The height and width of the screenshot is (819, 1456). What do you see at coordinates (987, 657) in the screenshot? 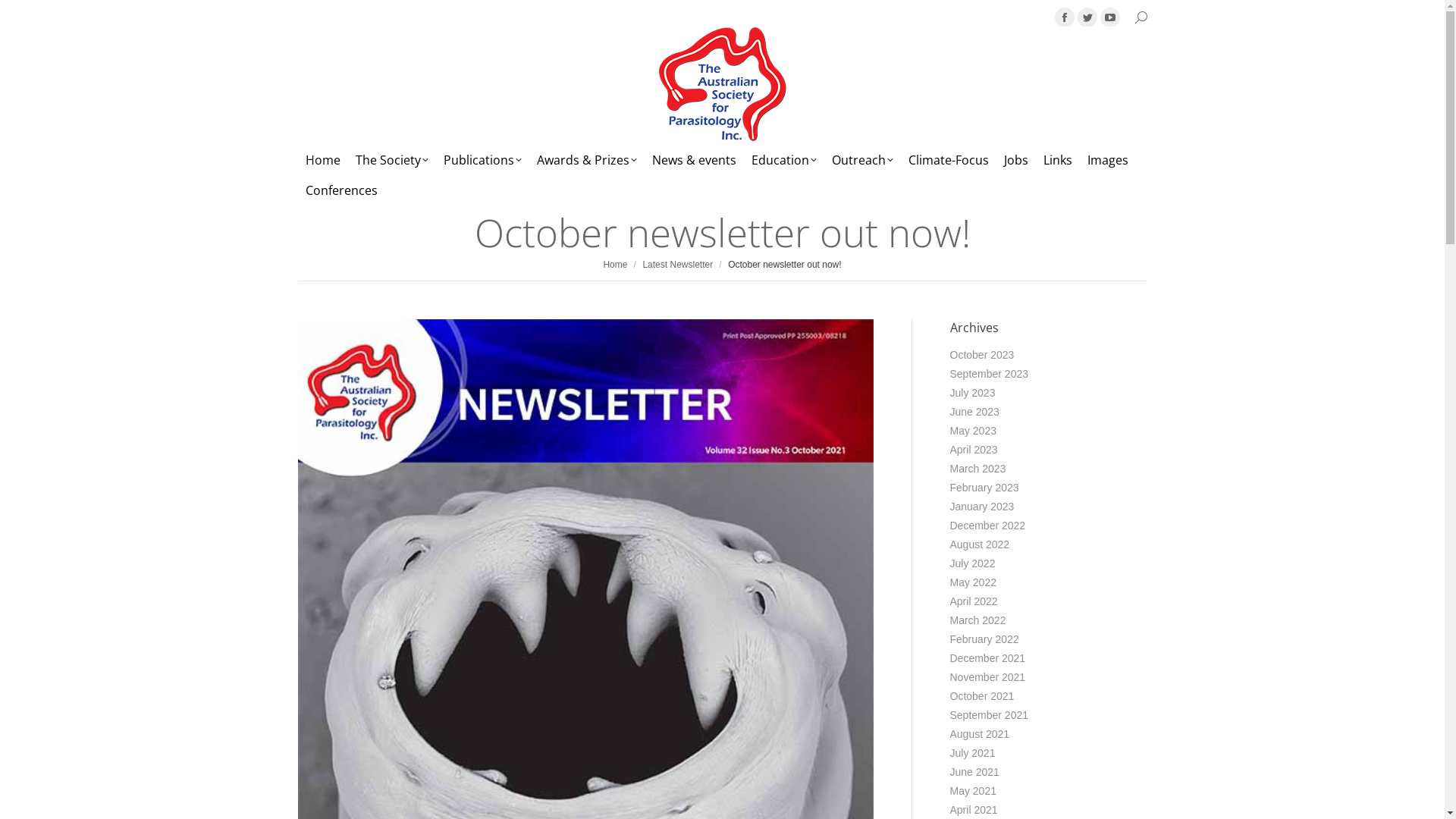
I see `'December 2021'` at bounding box center [987, 657].